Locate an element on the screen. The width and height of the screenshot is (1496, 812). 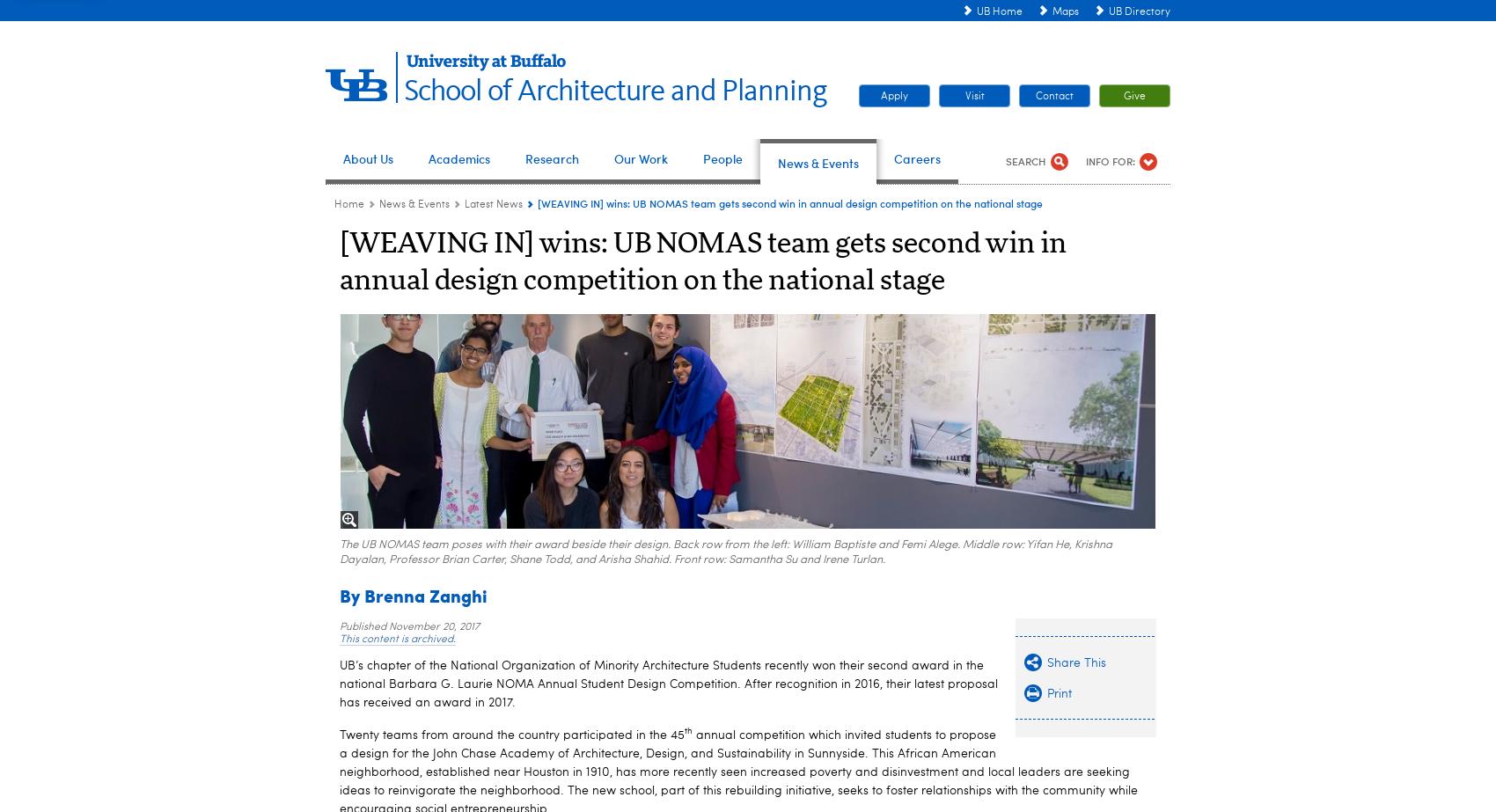
'Print' is located at coordinates (1058, 691).